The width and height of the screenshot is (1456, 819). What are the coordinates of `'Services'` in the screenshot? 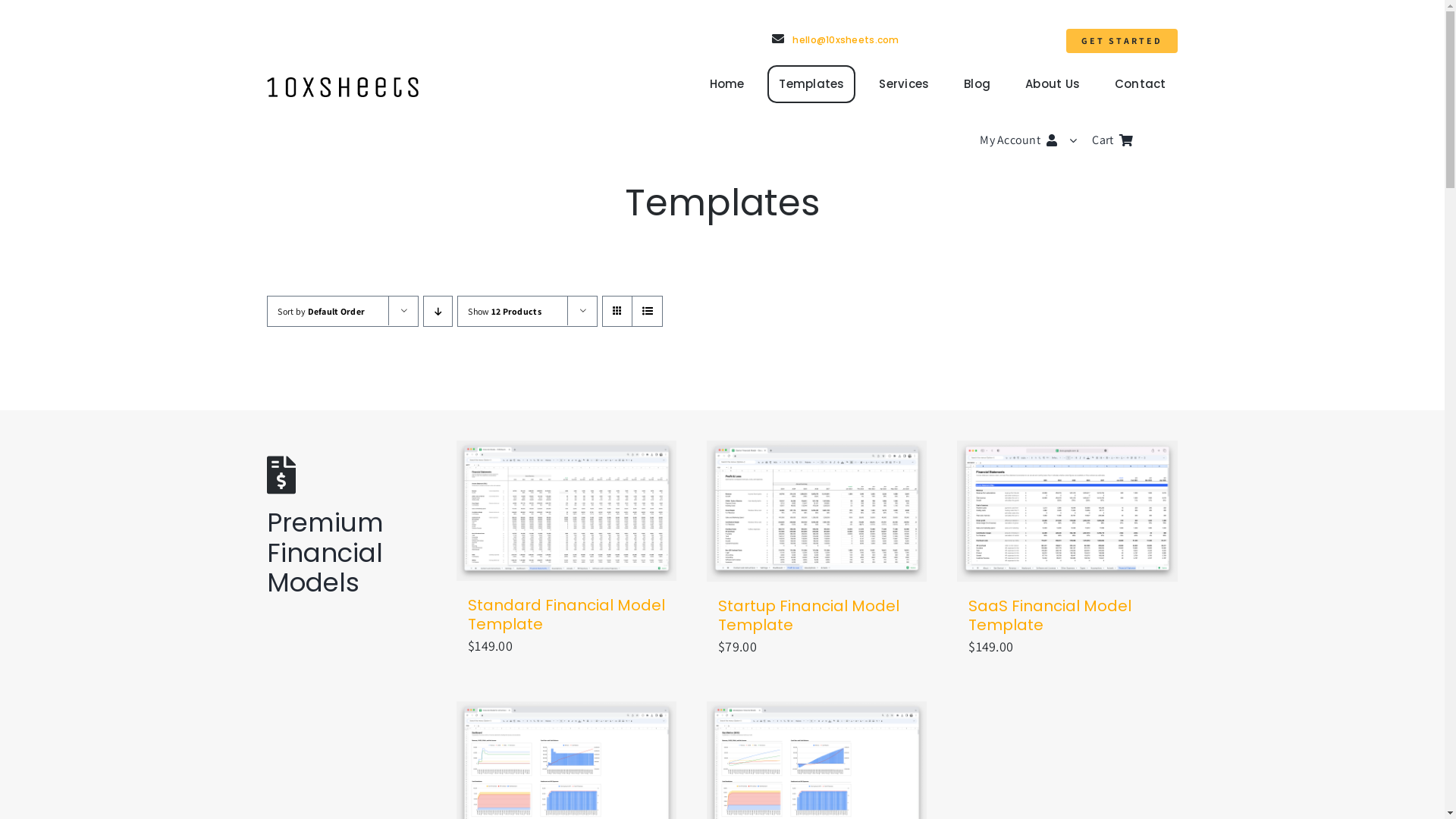 It's located at (903, 84).